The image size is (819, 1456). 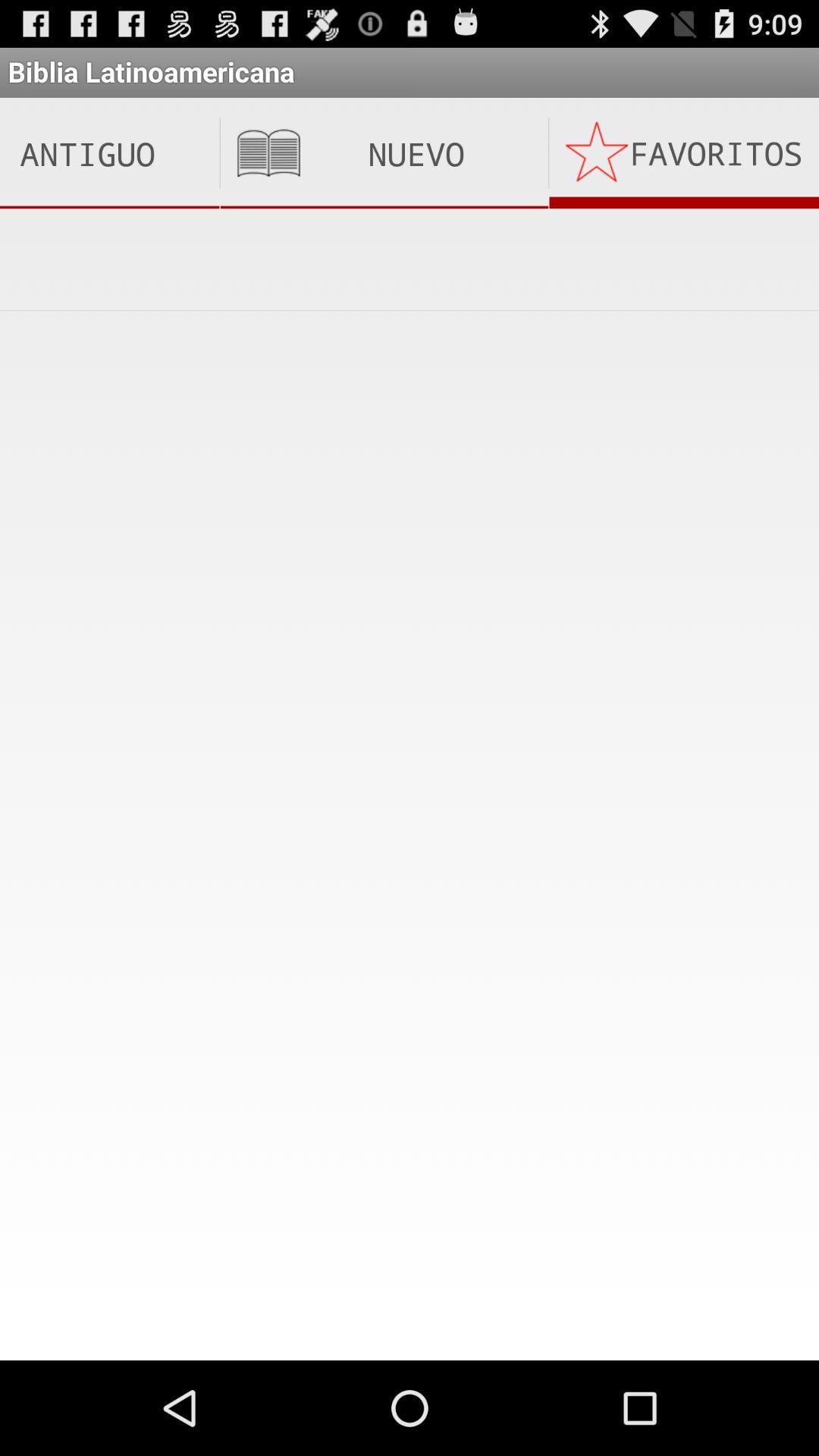 I want to click on item at the top left corner, so click(x=108, y=153).